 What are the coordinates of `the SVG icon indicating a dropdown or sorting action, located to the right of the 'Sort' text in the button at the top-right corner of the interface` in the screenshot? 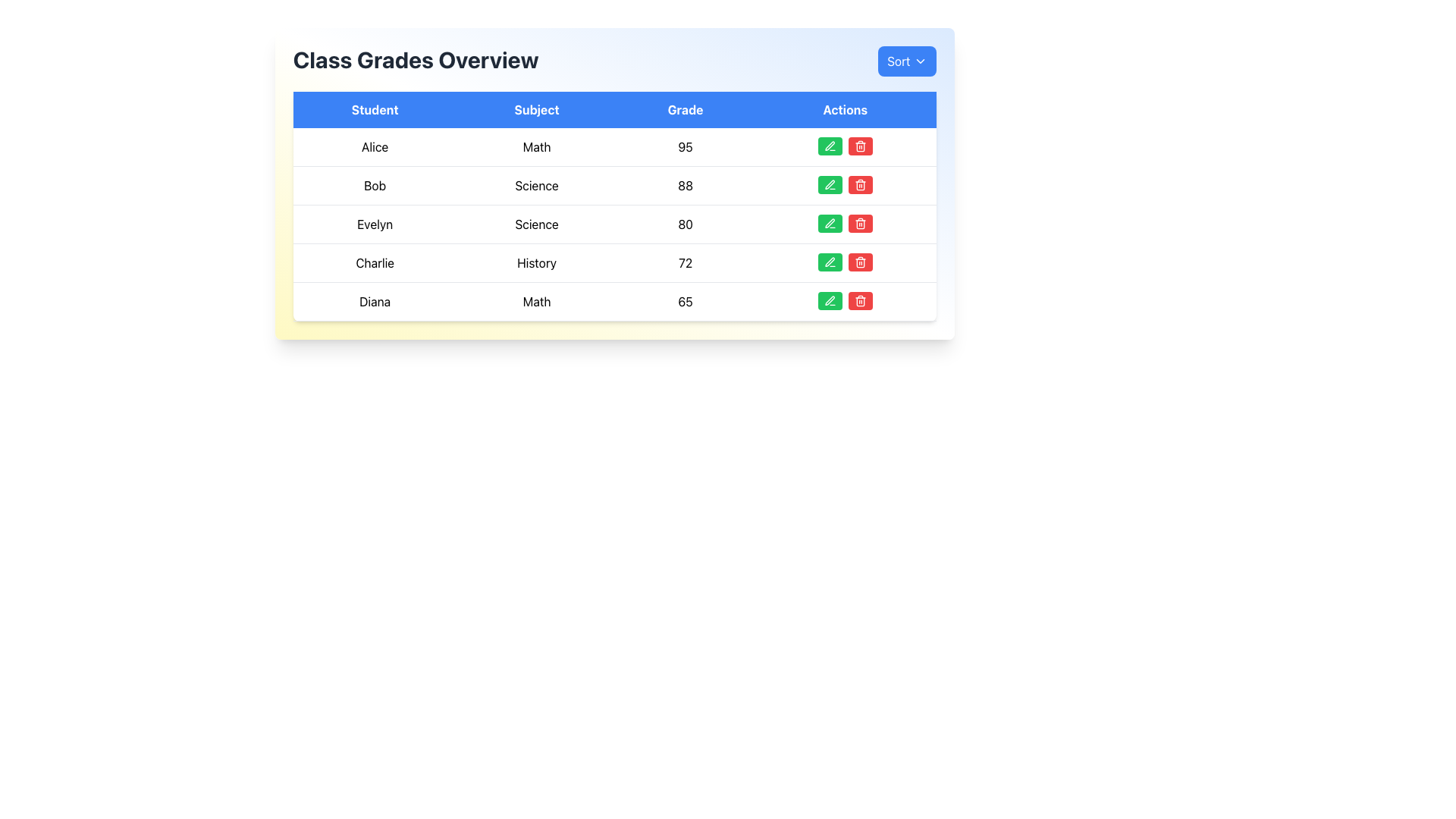 It's located at (919, 61).